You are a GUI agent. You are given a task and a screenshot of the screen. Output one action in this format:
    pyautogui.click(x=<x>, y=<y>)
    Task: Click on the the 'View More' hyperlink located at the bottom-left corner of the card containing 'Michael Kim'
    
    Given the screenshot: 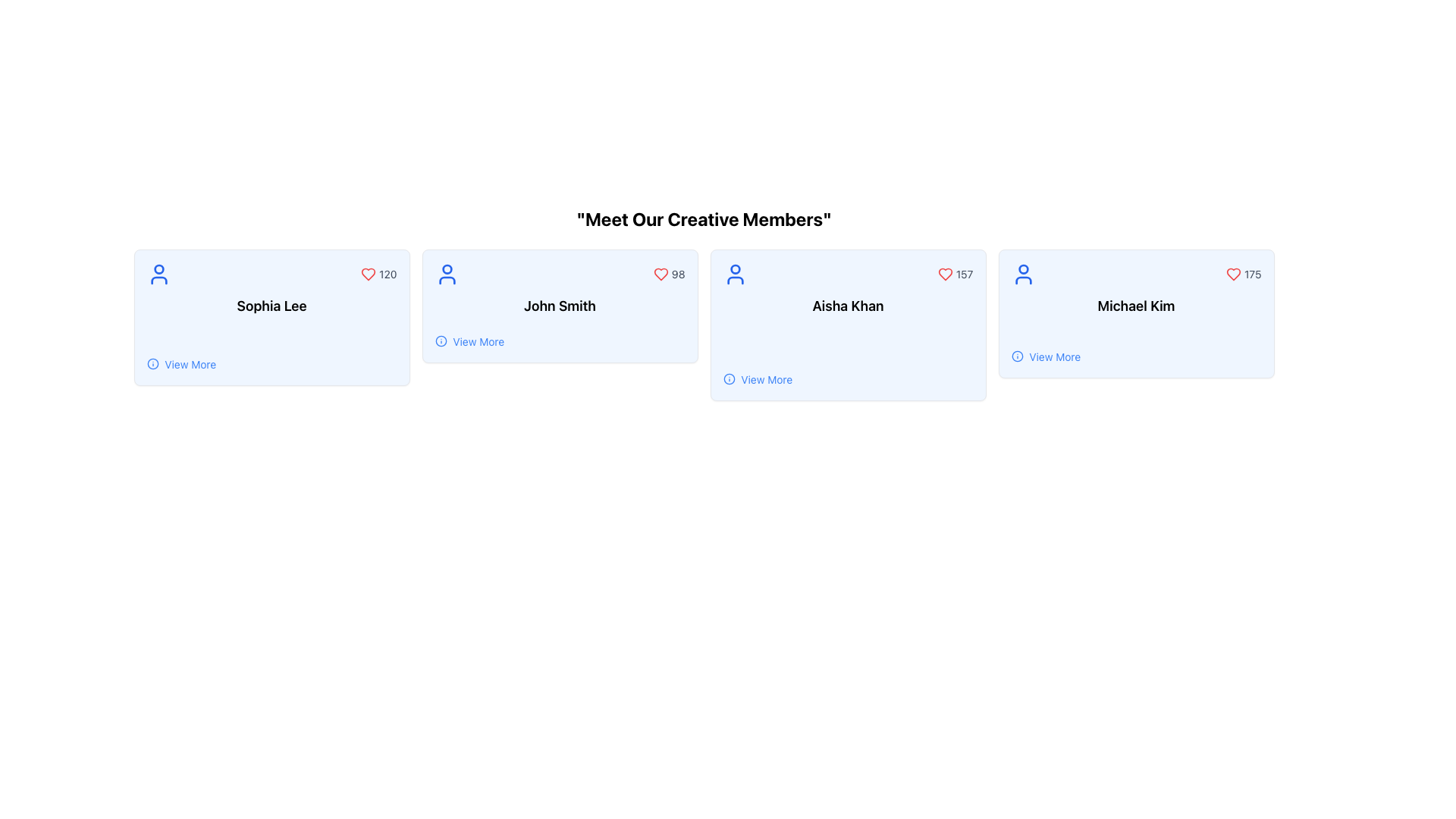 What is the action you would take?
    pyautogui.click(x=1045, y=356)
    